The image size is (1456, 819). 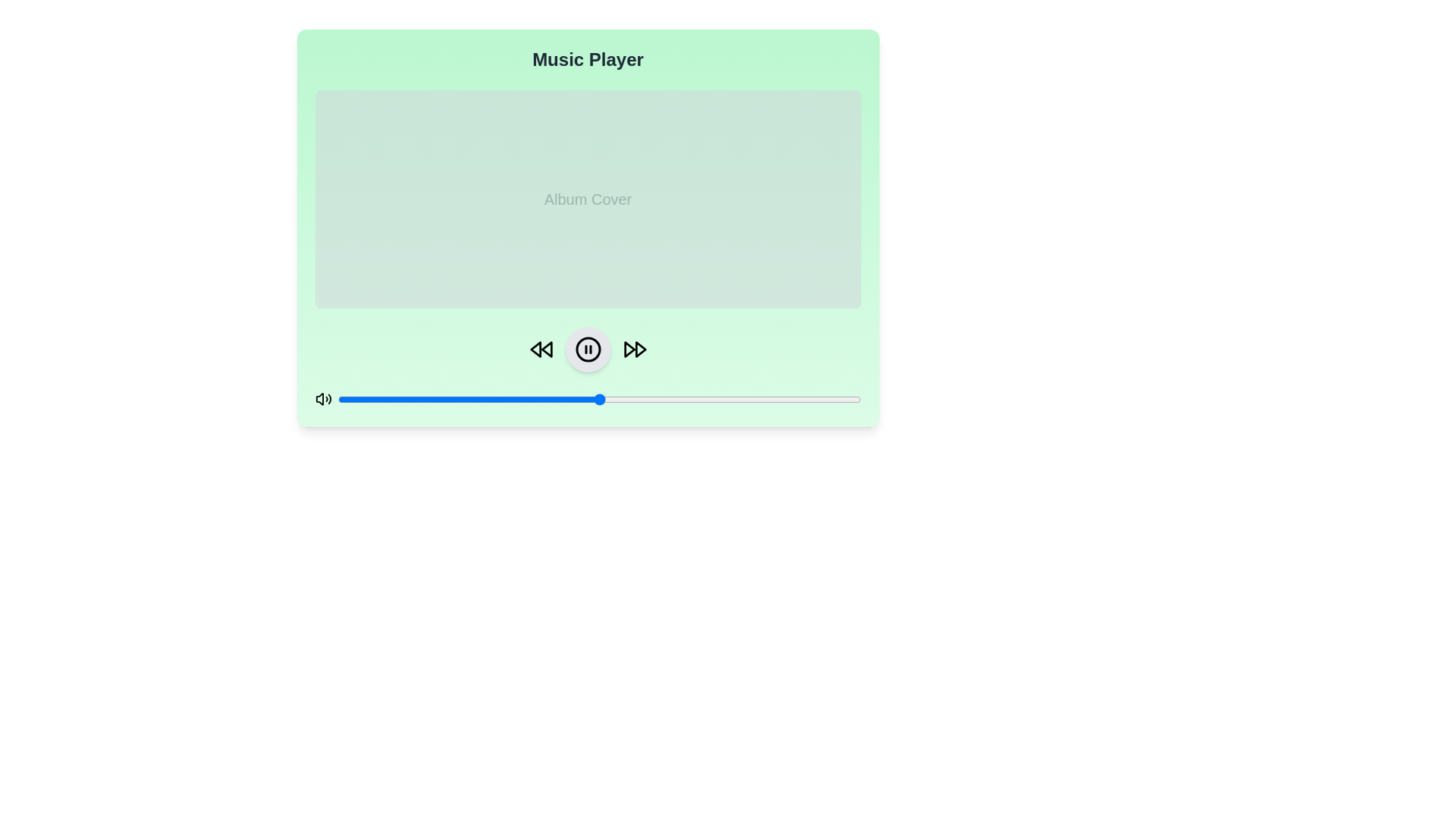 What do you see at coordinates (626, 399) in the screenshot?
I see `the slider position` at bounding box center [626, 399].